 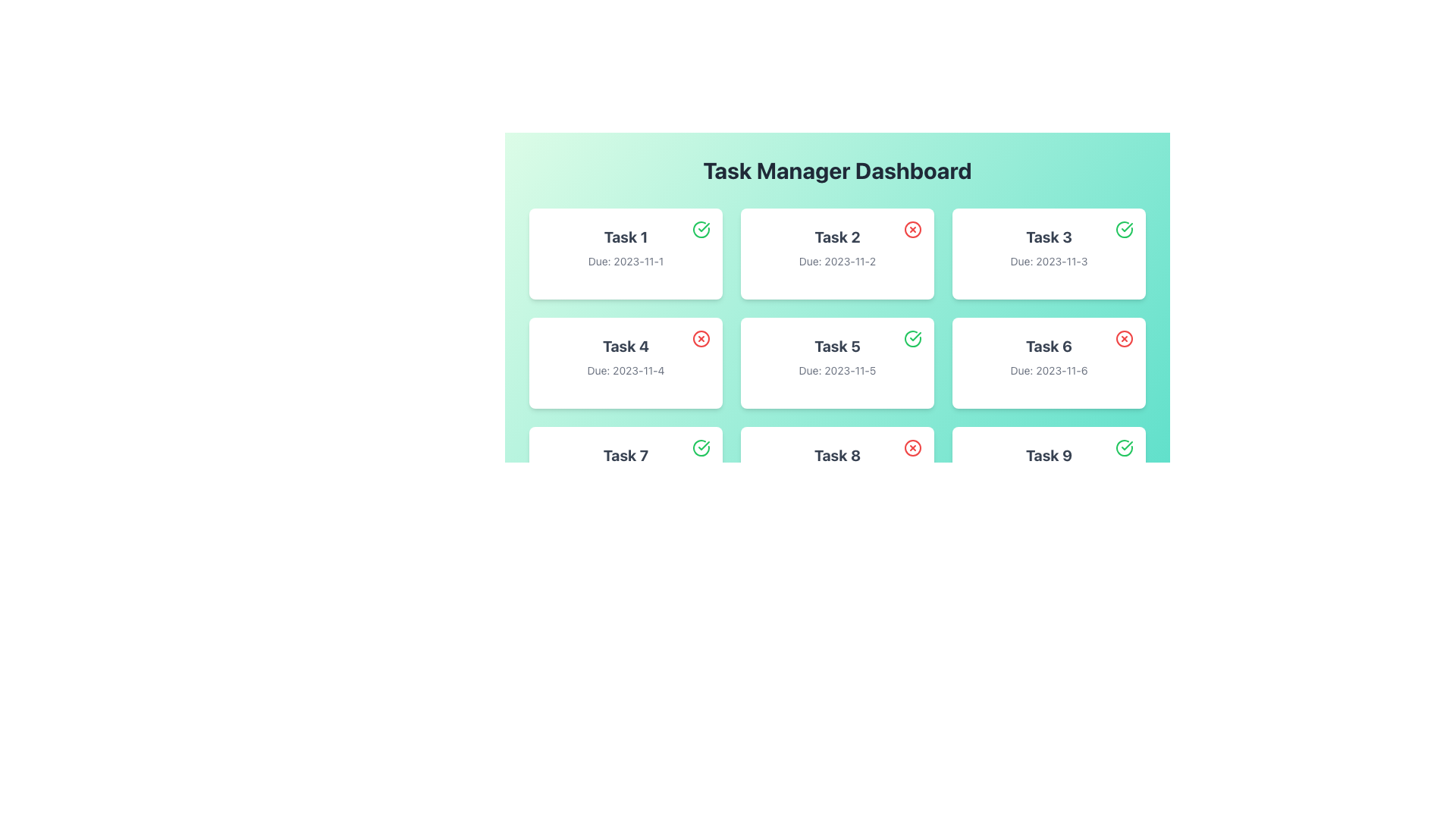 I want to click on the text label that identifies the task 'Task 5', located in the central region of the interface within the third row and second column of the grid layout, so click(x=836, y=346).